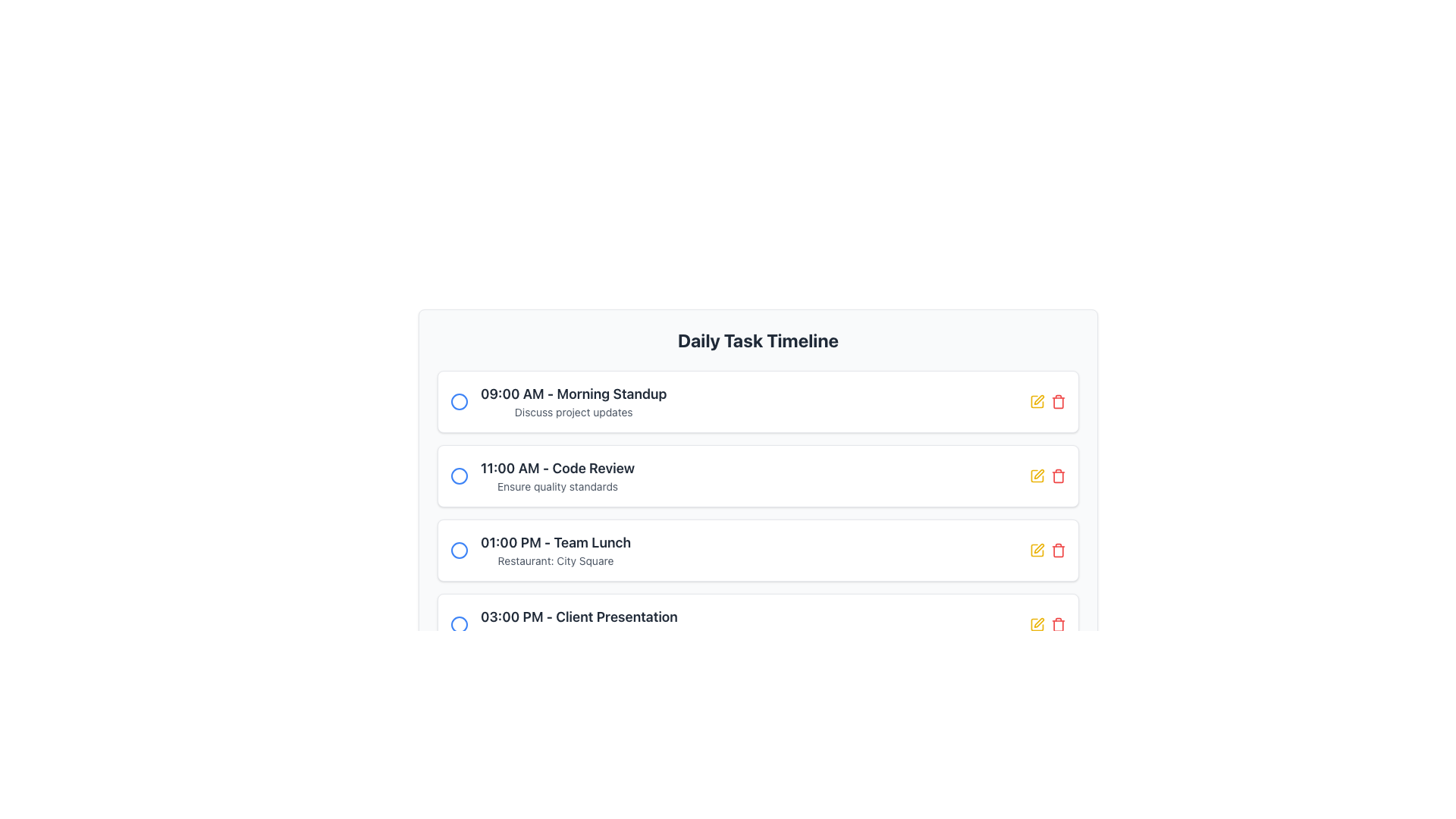 The height and width of the screenshot is (819, 1456). Describe the element at coordinates (1058, 625) in the screenshot. I see `the trash can icon button, which is styled in red and located in the rightmost column adjacent to the task listing for '03:00 PM - Client Presentation'` at that location.